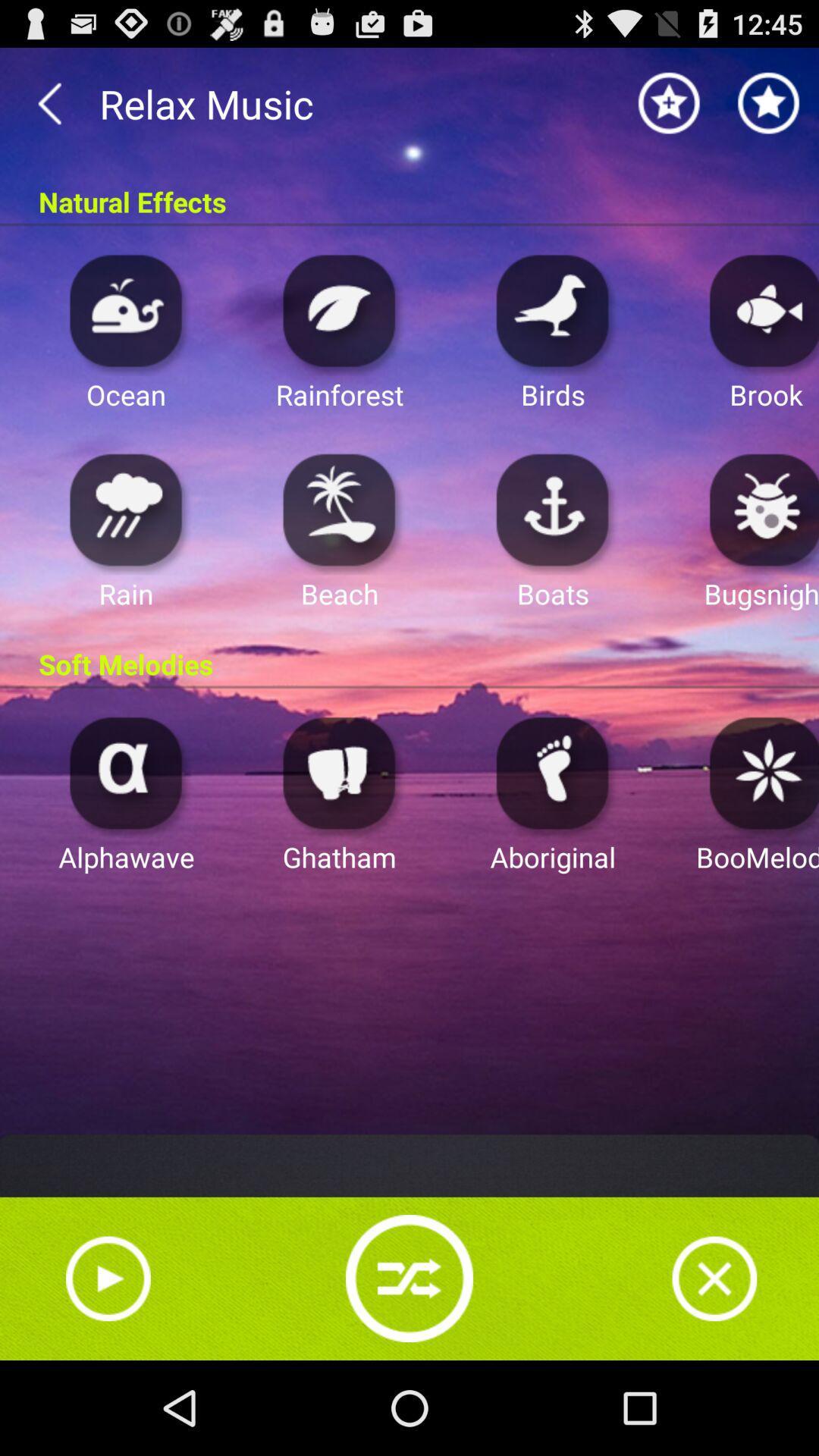 The width and height of the screenshot is (819, 1456). I want to click on the icon below the boomelody item, so click(714, 1278).